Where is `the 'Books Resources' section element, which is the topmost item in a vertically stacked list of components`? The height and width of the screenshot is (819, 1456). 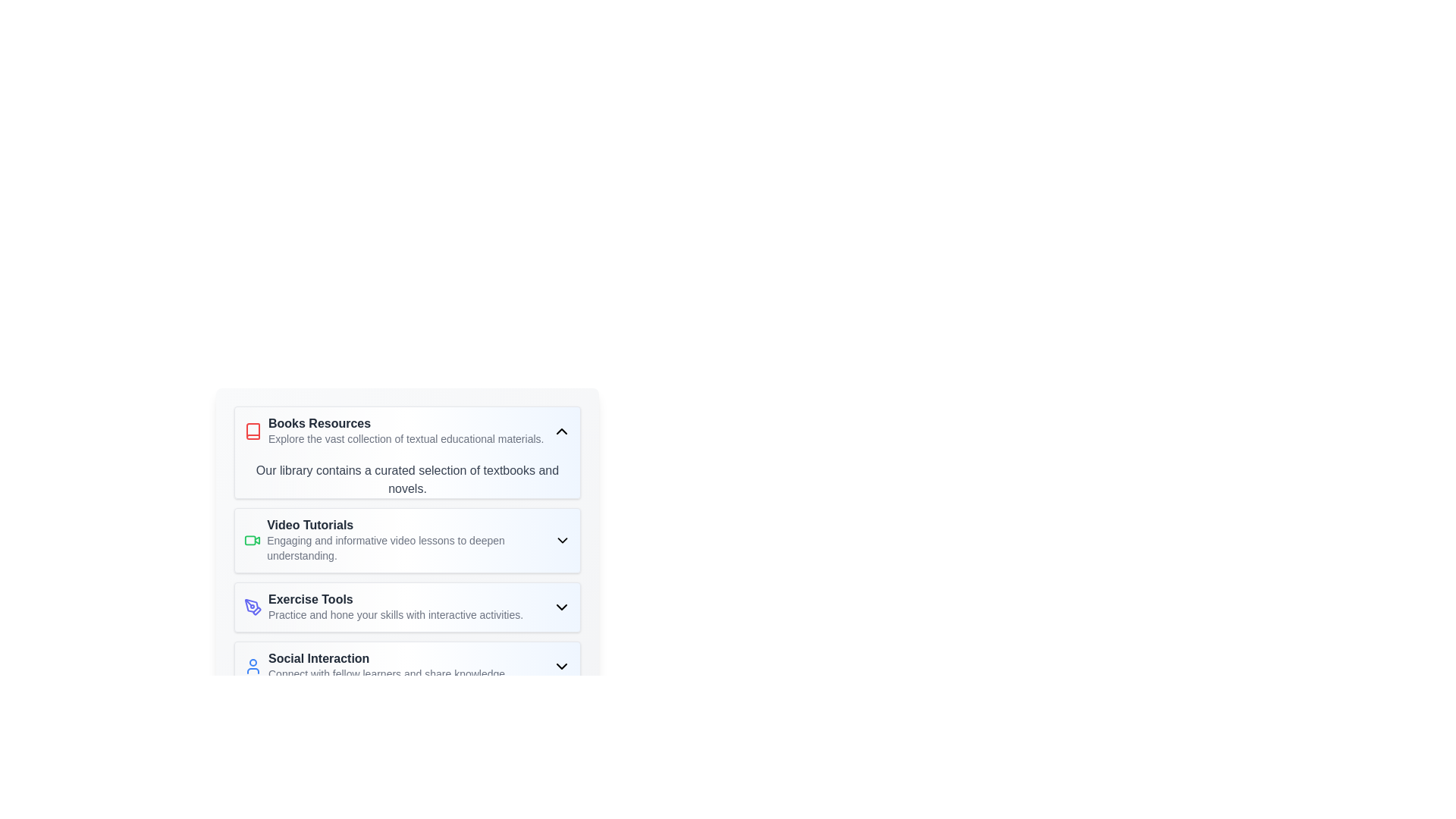 the 'Books Resources' section element, which is the topmost item in a vertically stacked list of components is located at coordinates (394, 431).